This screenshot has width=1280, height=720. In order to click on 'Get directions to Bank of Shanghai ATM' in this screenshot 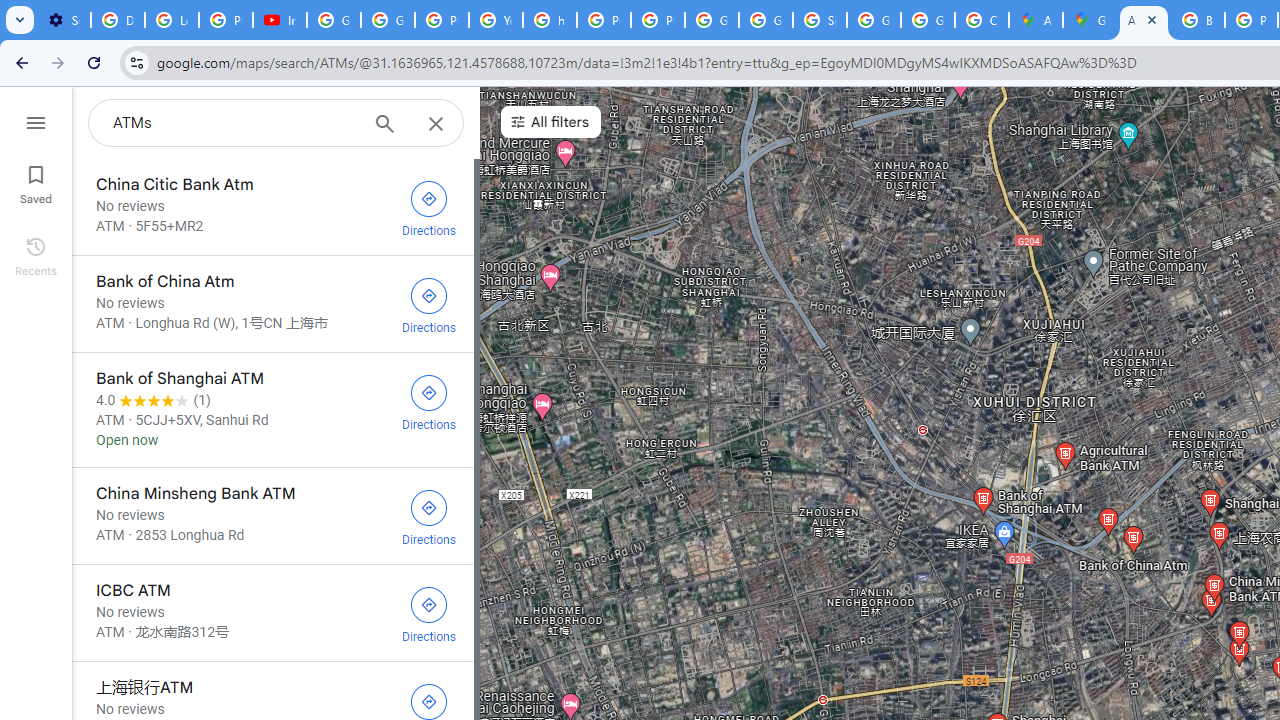, I will do `click(428, 400)`.